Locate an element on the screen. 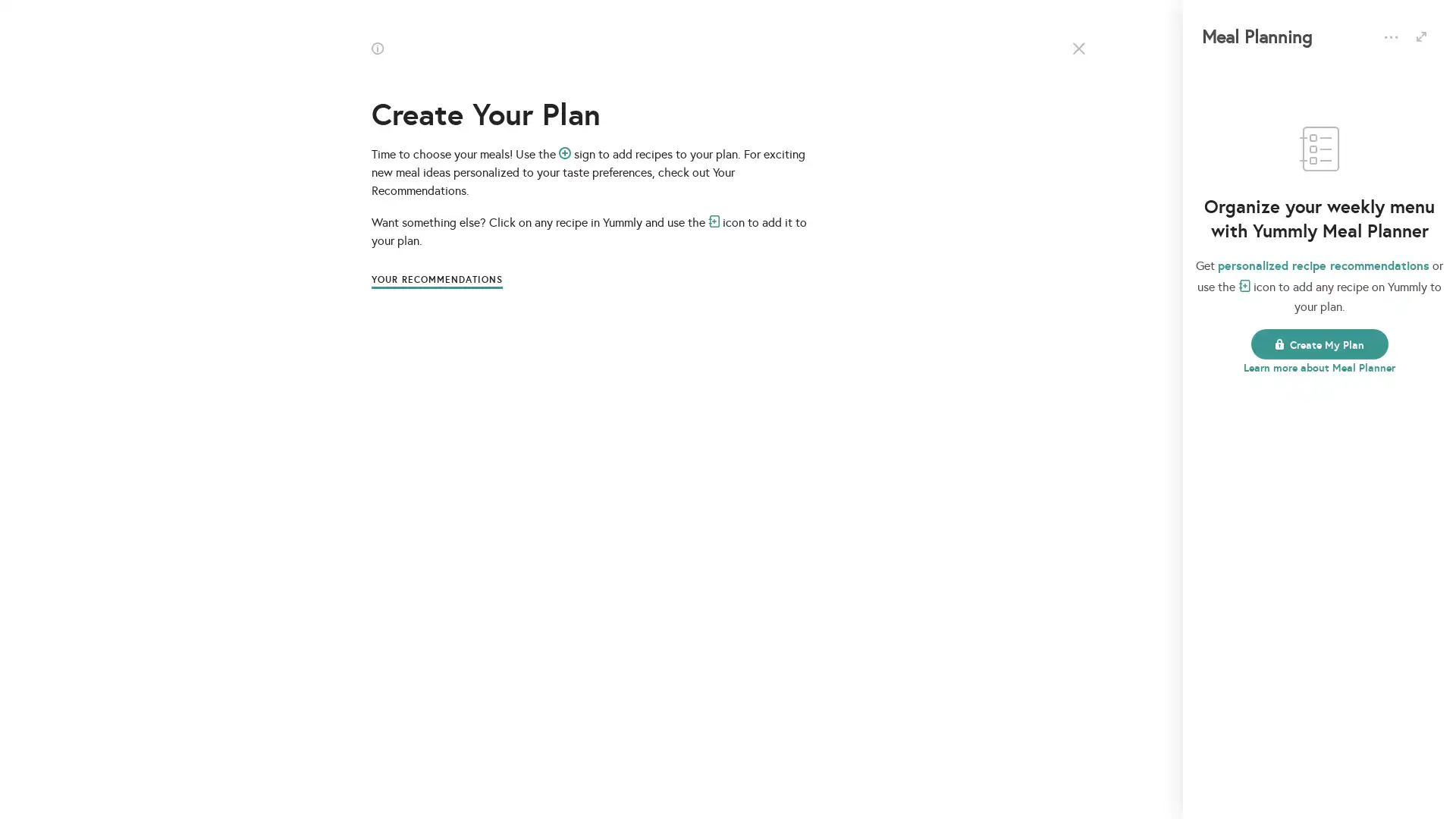 This screenshot has width=1456, height=819. Next Step is located at coordinates (728, 529).